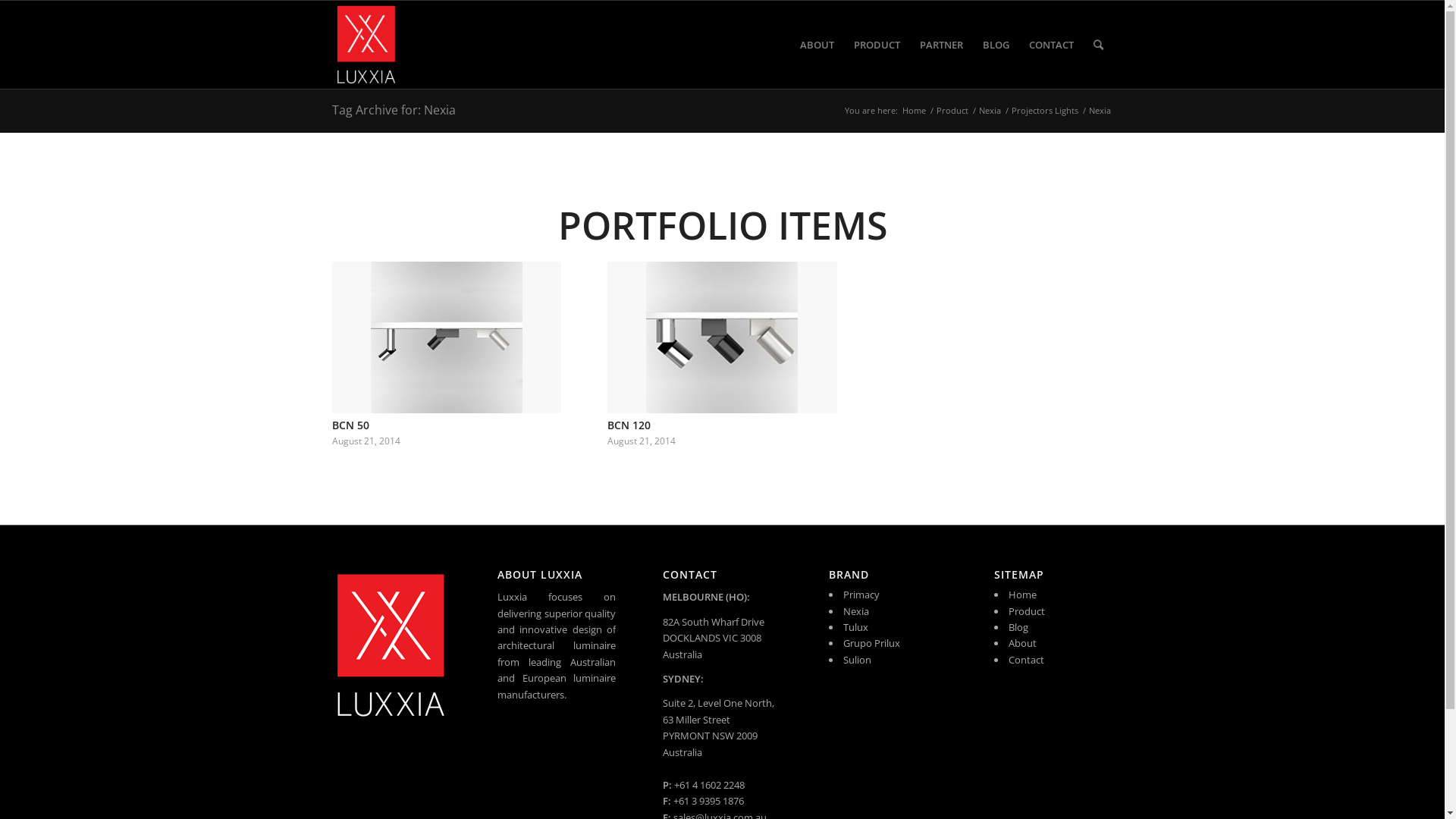 The height and width of the screenshot is (819, 1456). Describe the element at coordinates (350, 425) in the screenshot. I see `'BCN 50'` at that location.